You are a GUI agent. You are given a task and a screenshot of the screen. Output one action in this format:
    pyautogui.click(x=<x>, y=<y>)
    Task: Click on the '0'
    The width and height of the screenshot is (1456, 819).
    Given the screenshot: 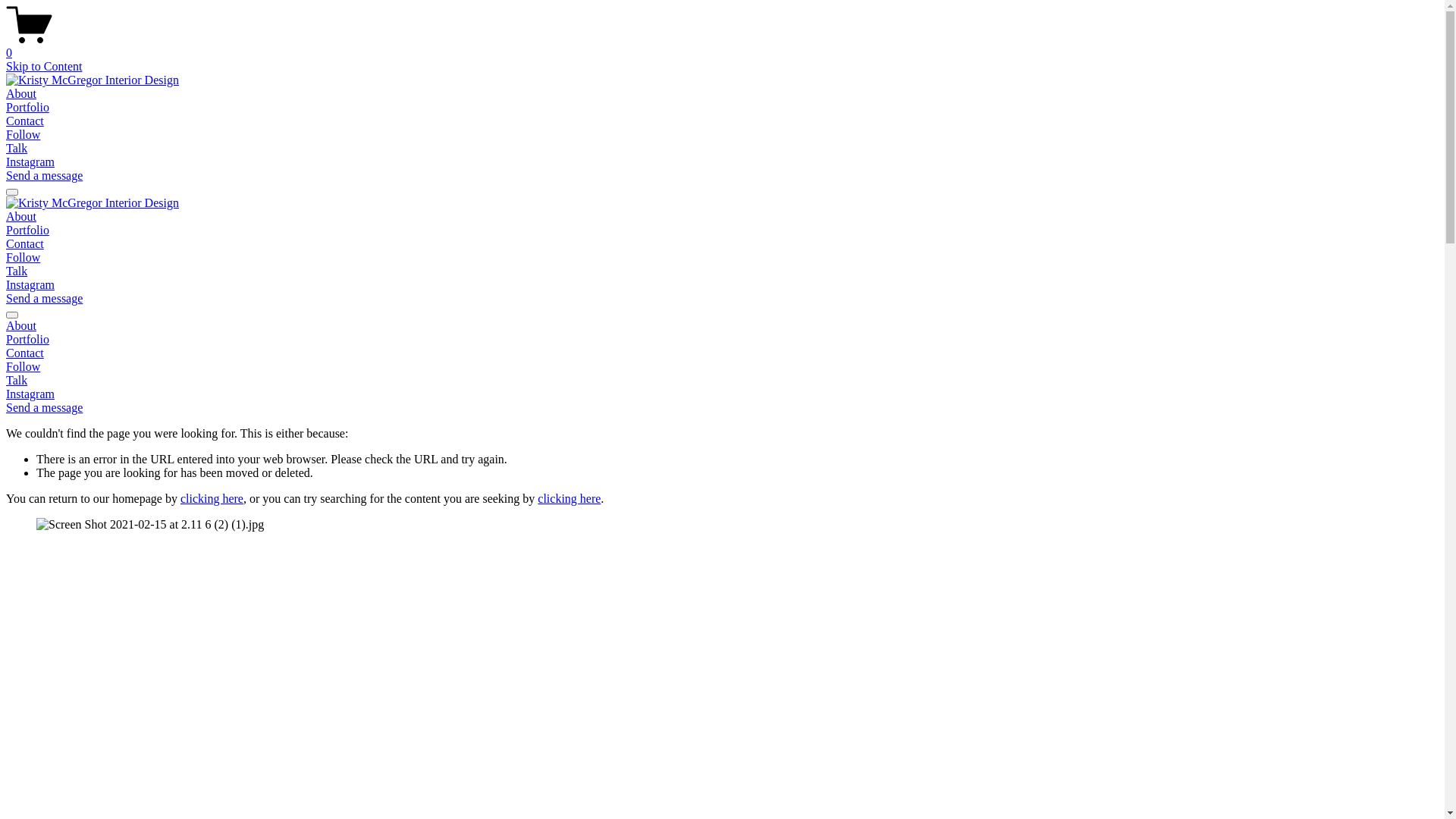 What is the action you would take?
    pyautogui.click(x=721, y=45)
    